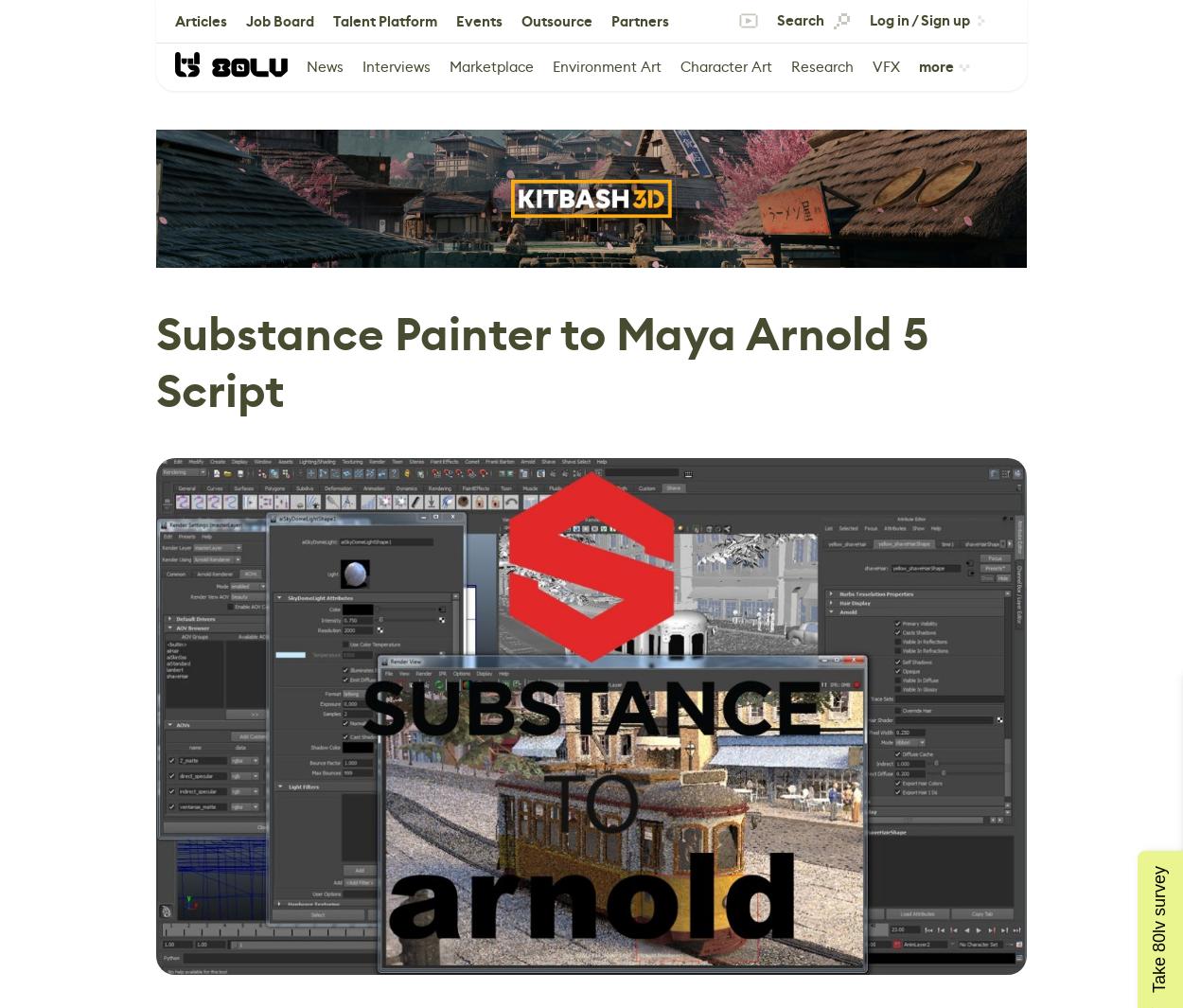 The height and width of the screenshot is (1008, 1183). Describe the element at coordinates (267, 62) in the screenshot. I see `'About'` at that location.